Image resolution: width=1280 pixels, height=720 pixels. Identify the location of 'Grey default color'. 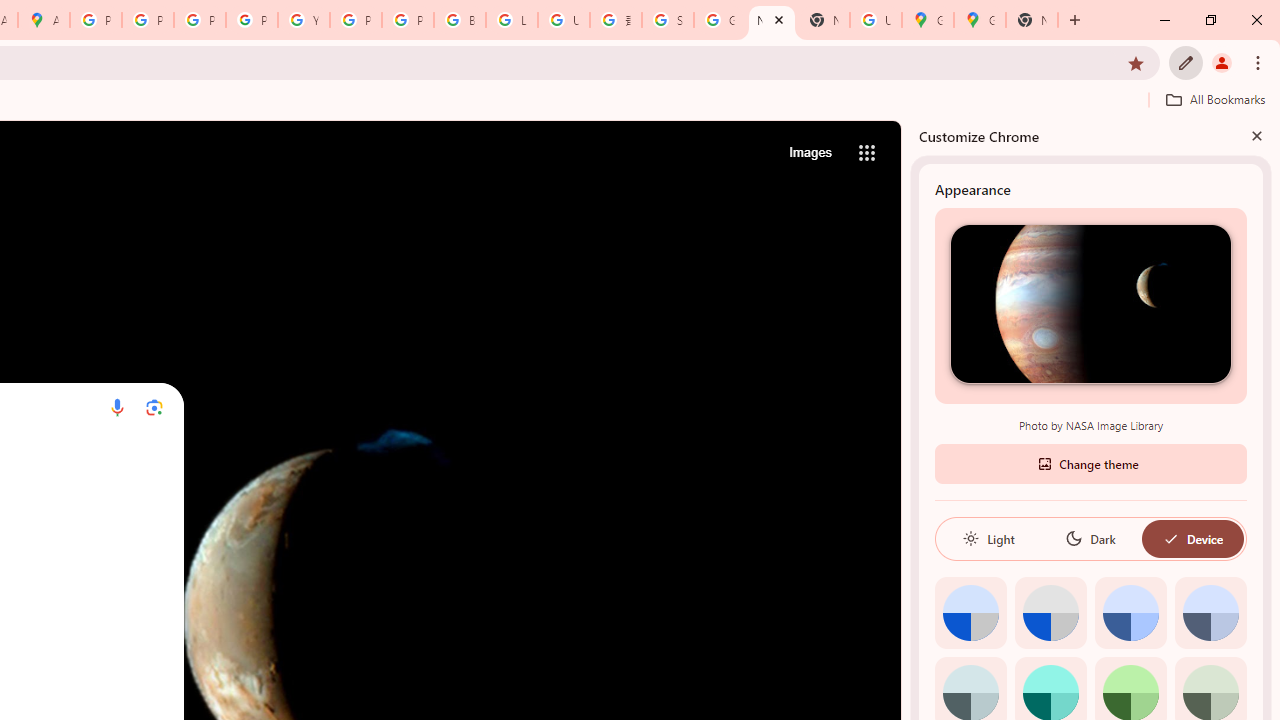
(1049, 611).